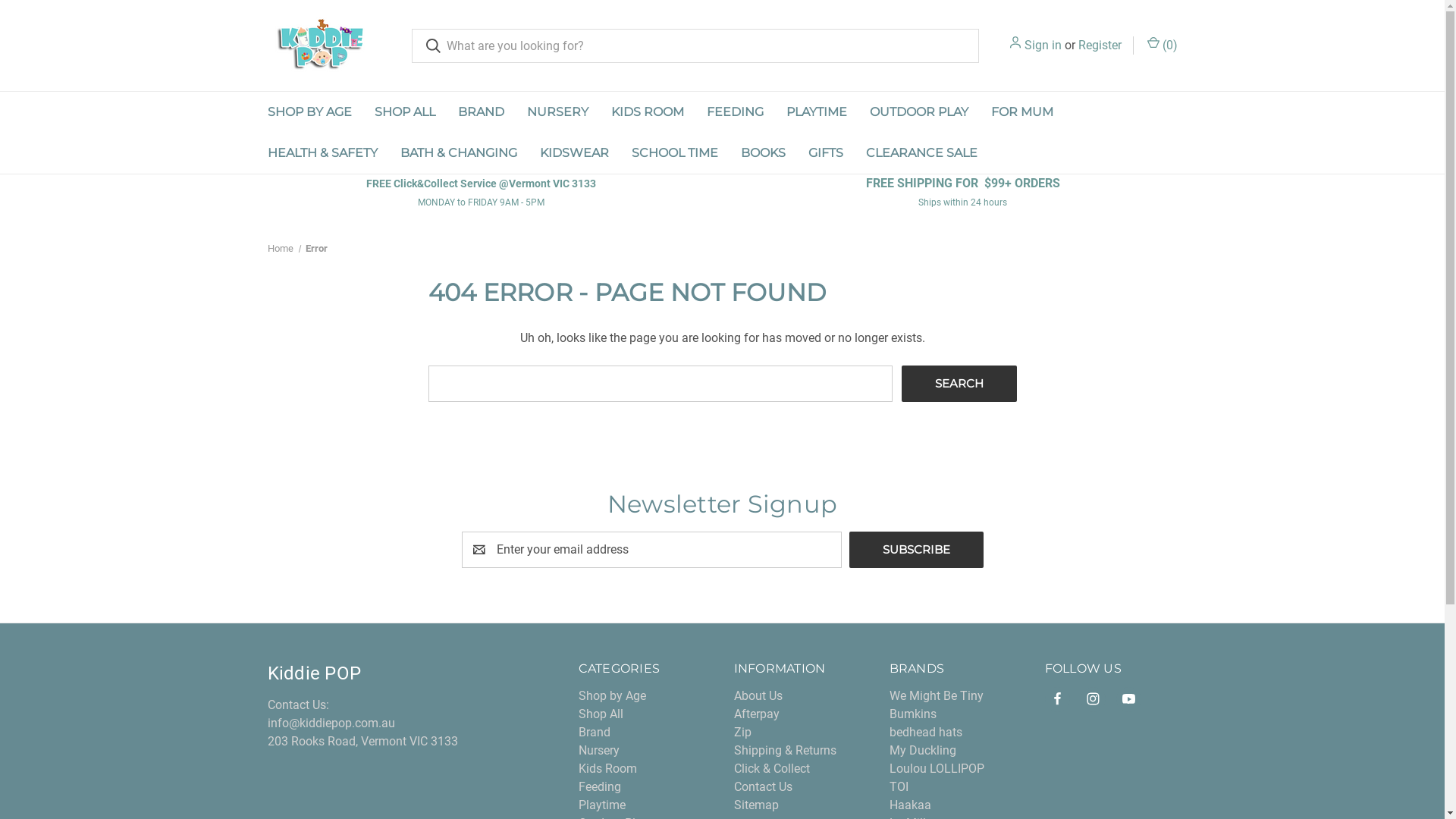  What do you see at coordinates (910, 804) in the screenshot?
I see `'Haakaa'` at bounding box center [910, 804].